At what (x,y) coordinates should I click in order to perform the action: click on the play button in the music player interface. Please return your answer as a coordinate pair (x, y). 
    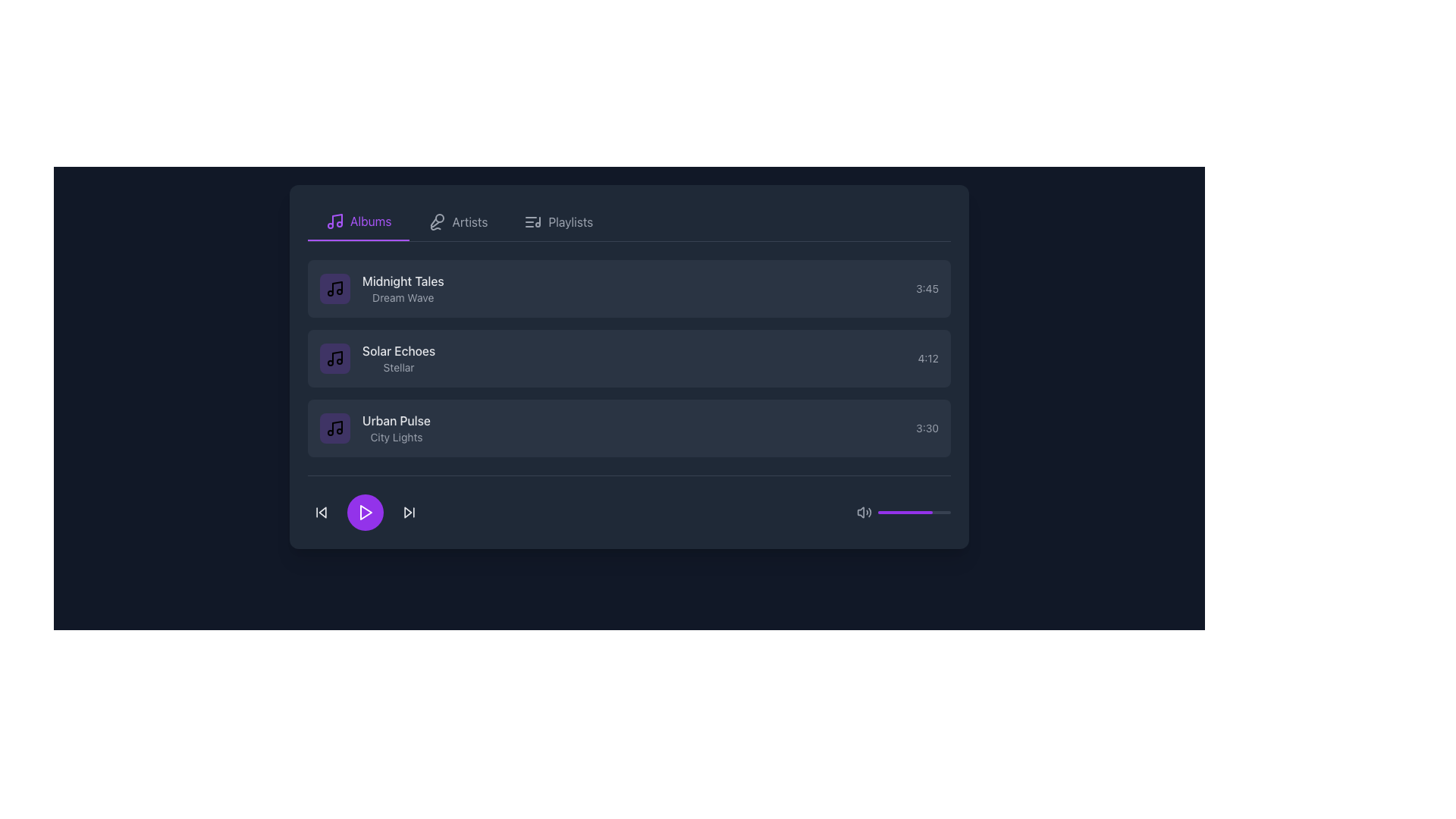
    Looking at the image, I should click on (365, 512).